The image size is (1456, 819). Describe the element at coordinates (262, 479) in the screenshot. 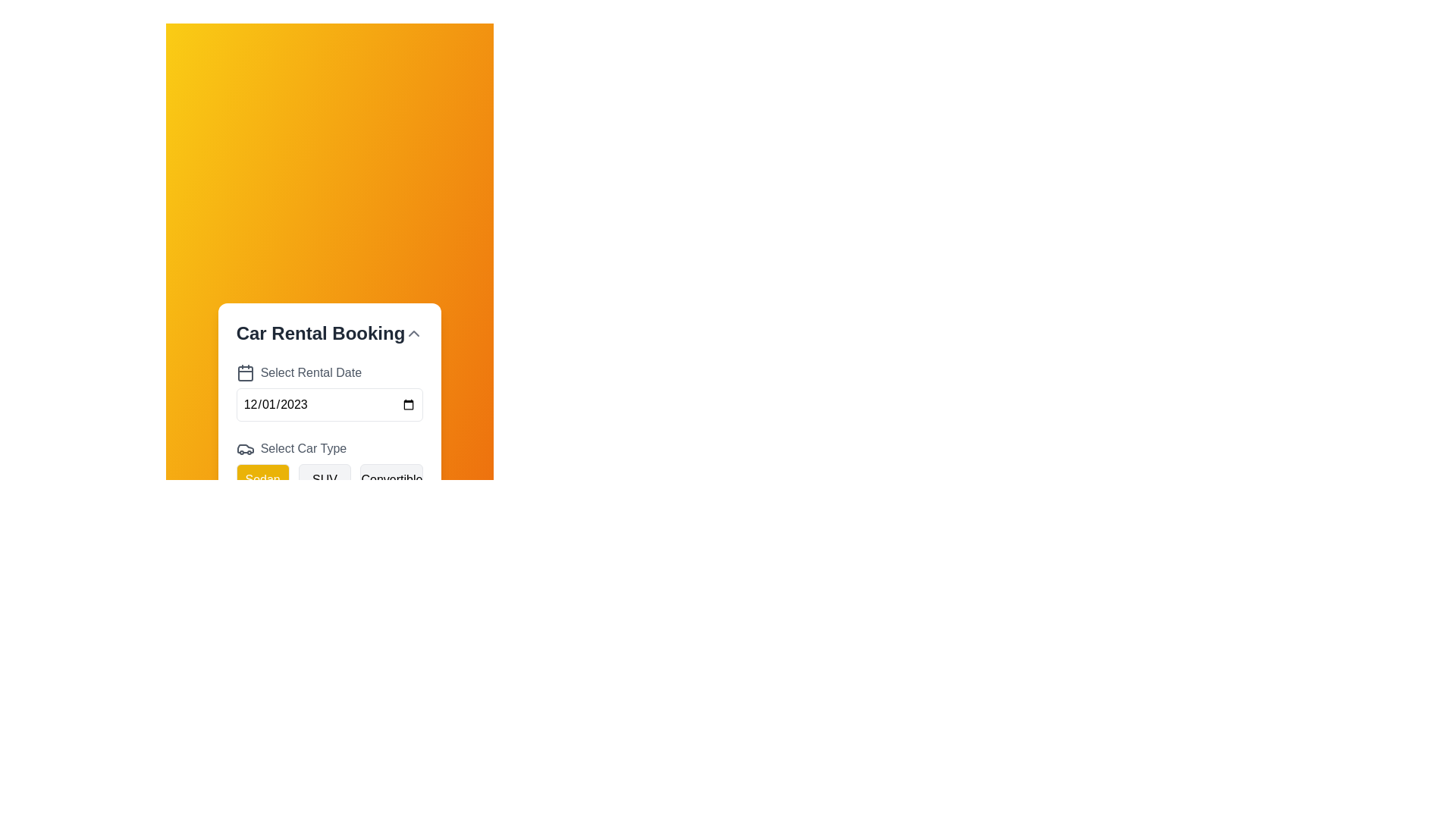

I see `the 'Sedan' button, which is a yellow rectangular button with rounded corners and white text` at that location.